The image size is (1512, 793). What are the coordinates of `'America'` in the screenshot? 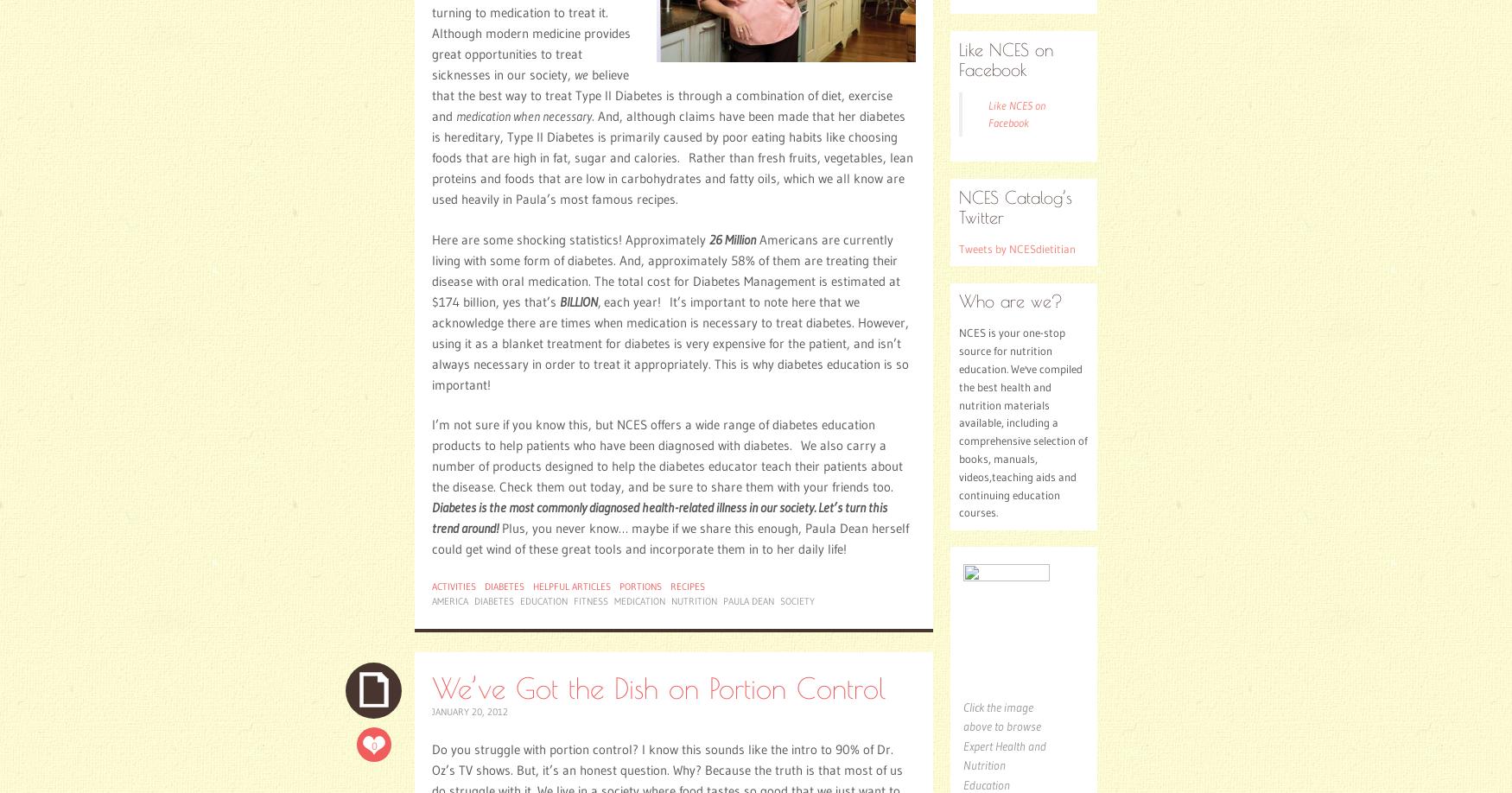 It's located at (448, 600).